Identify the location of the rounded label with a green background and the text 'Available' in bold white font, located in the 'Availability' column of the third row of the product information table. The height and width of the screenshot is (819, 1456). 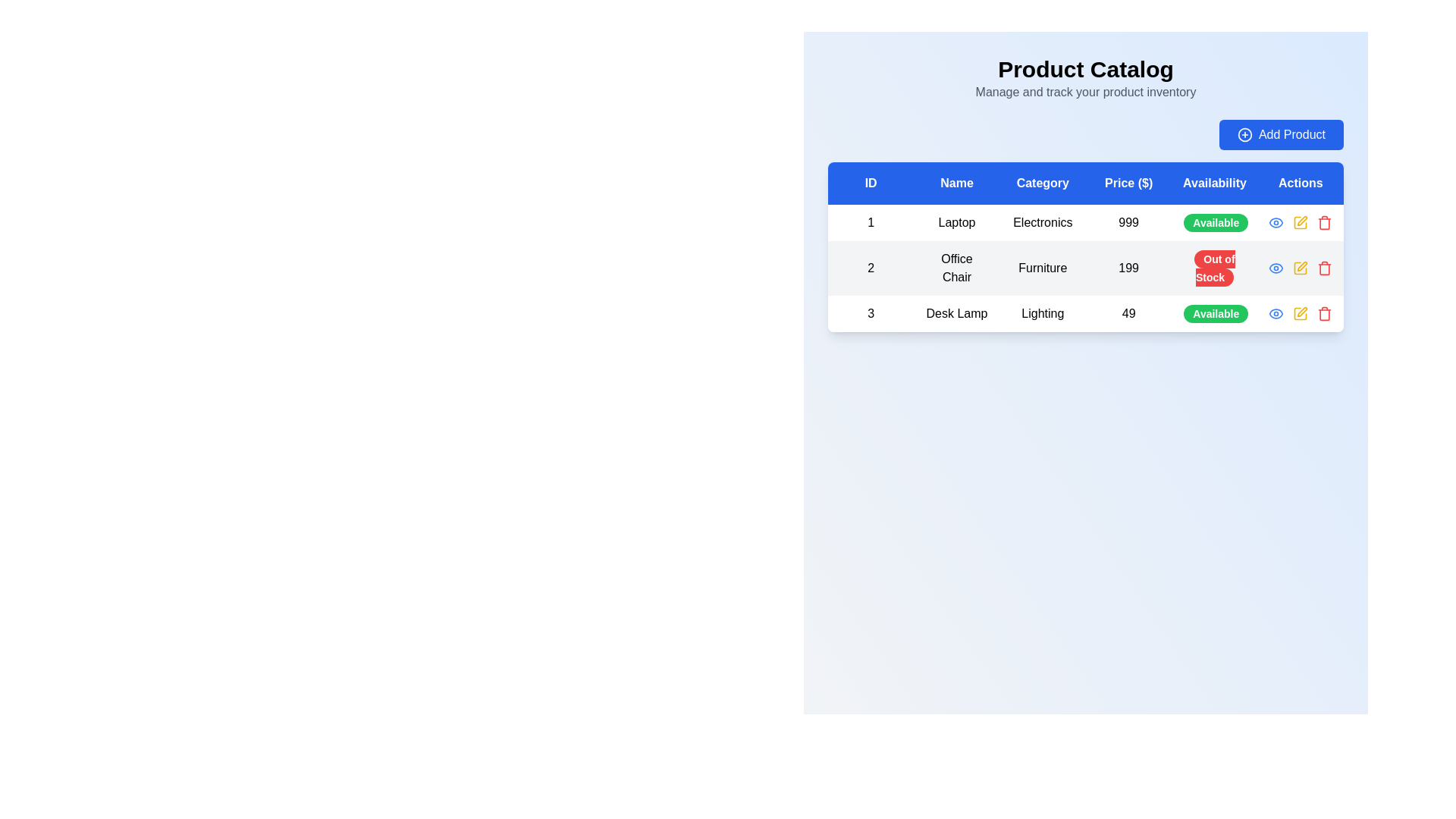
(1216, 312).